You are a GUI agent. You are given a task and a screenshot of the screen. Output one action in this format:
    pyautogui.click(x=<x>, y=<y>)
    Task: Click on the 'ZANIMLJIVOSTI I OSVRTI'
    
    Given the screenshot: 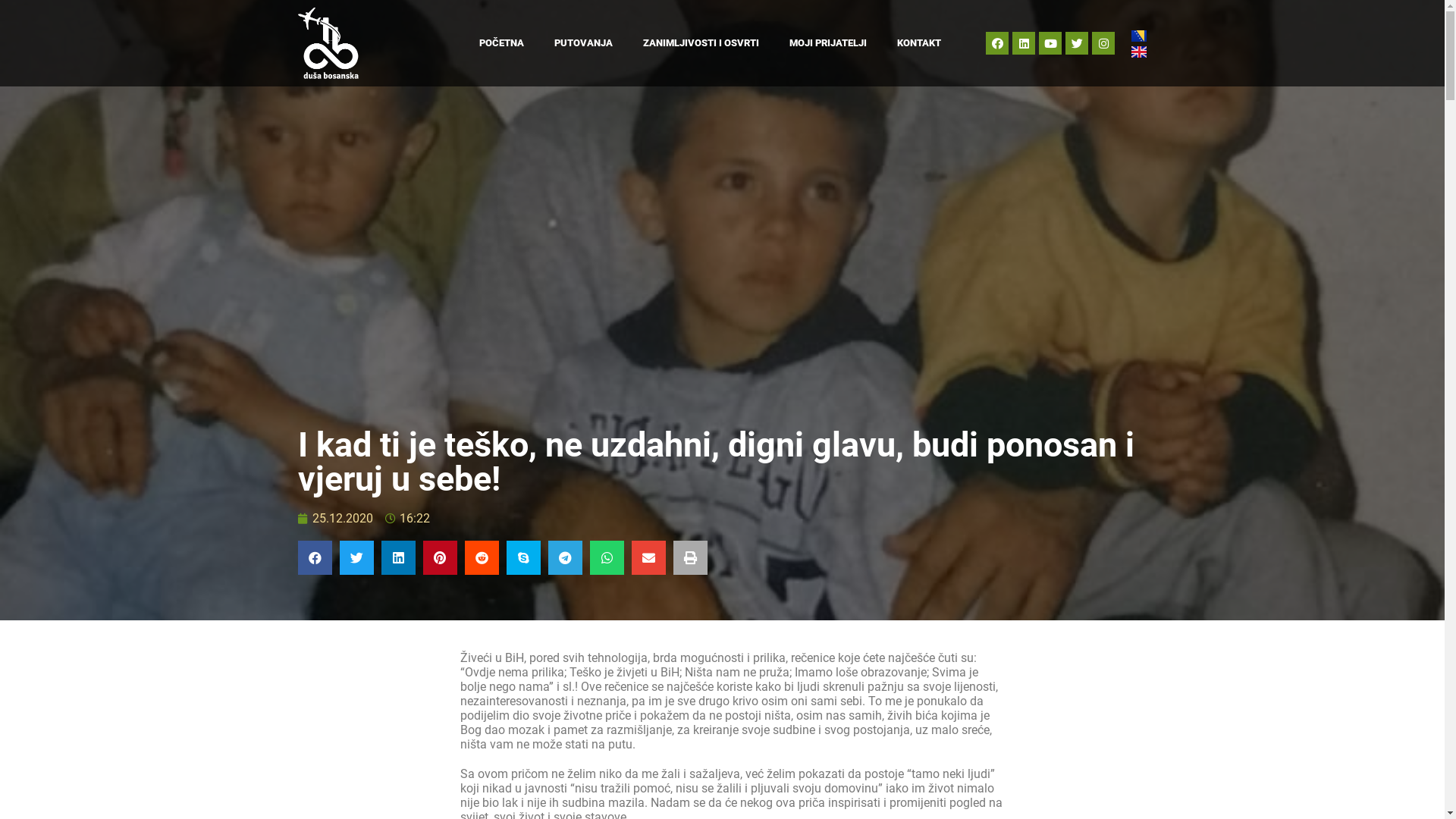 What is the action you would take?
    pyautogui.click(x=700, y=42)
    